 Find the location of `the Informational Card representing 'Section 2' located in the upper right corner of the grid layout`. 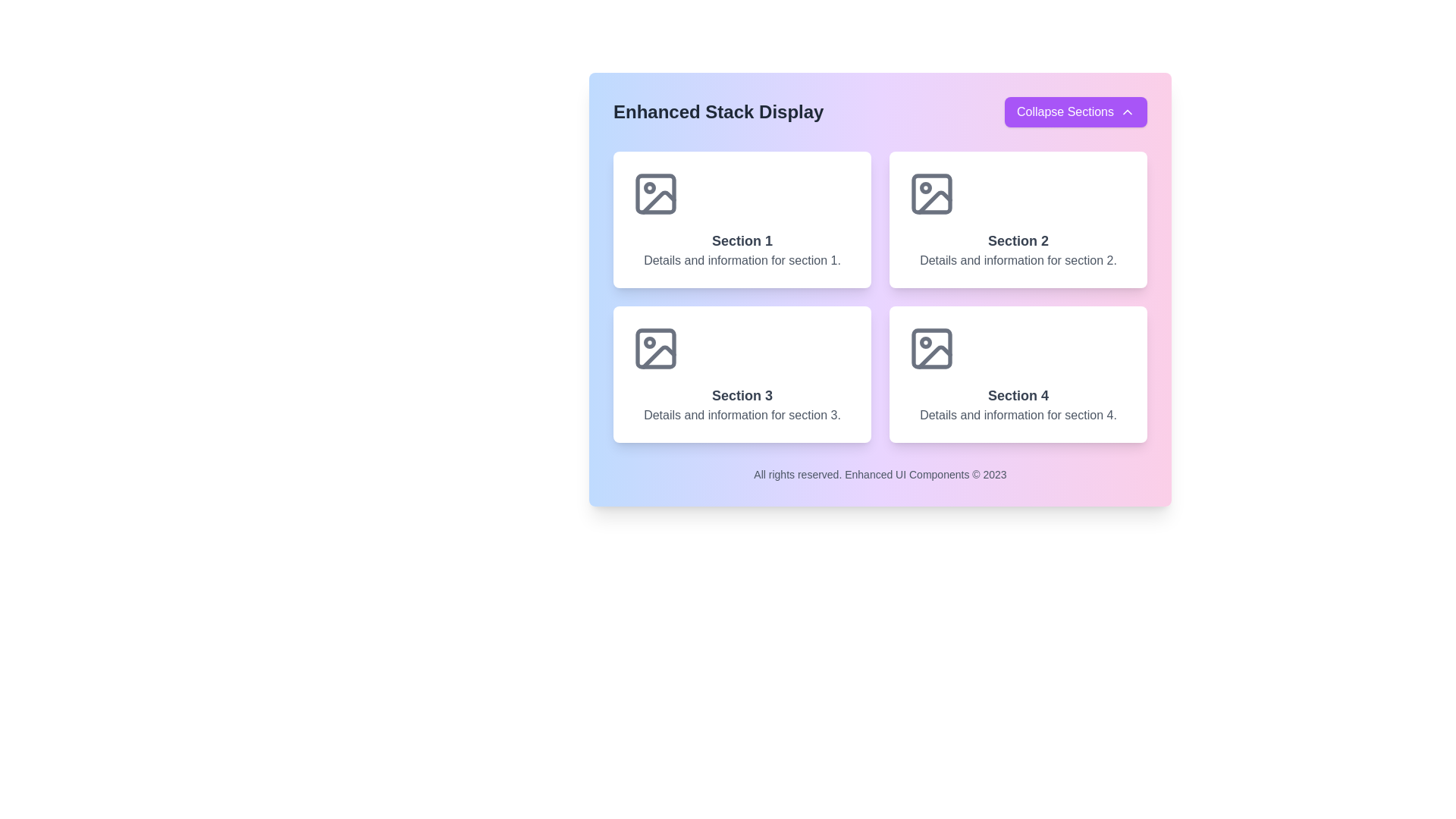

the Informational Card representing 'Section 2' located in the upper right corner of the grid layout is located at coordinates (1018, 219).